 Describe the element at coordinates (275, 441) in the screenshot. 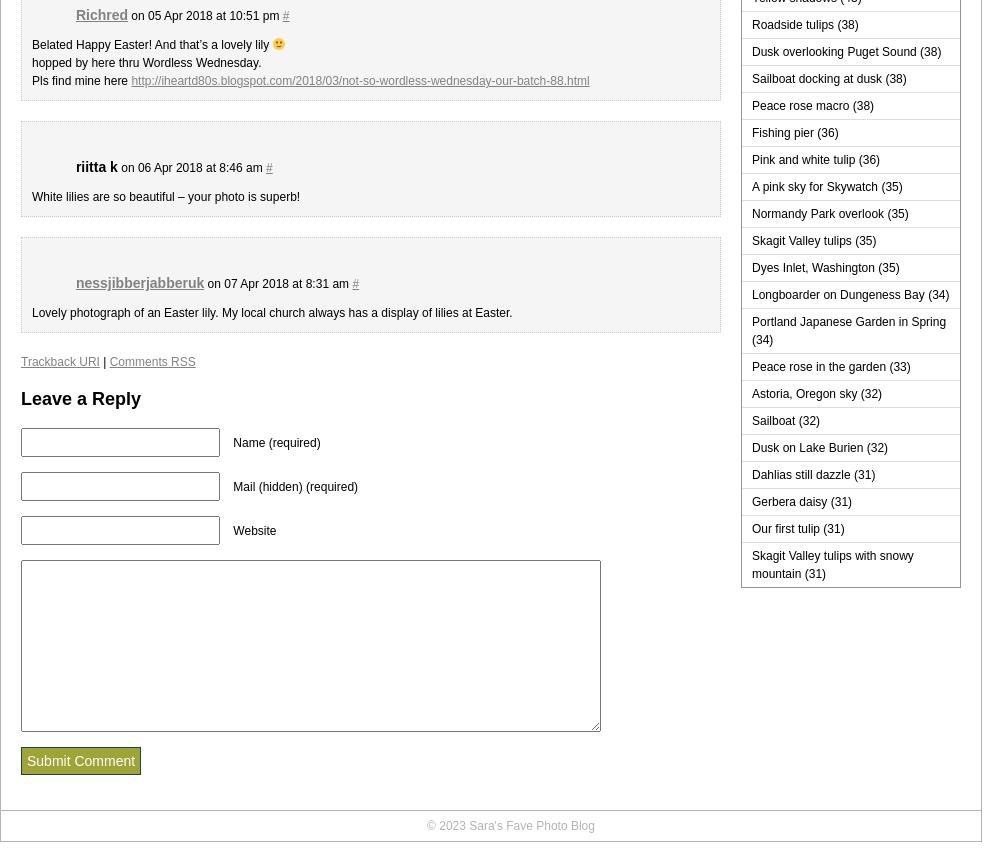

I see `'Name (required)'` at that location.